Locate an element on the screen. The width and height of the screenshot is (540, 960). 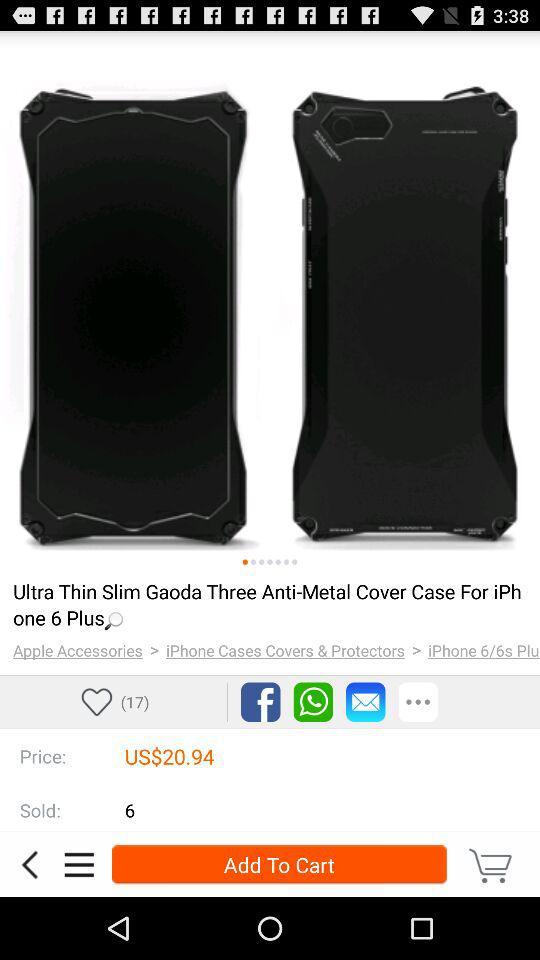
go back is located at coordinates (28, 863).